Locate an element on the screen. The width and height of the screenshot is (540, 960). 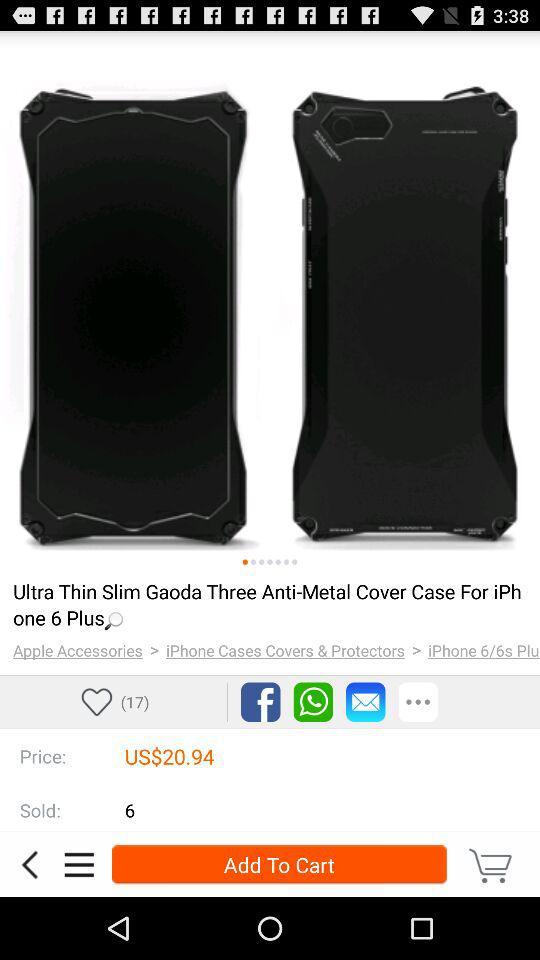
go back is located at coordinates (28, 863).